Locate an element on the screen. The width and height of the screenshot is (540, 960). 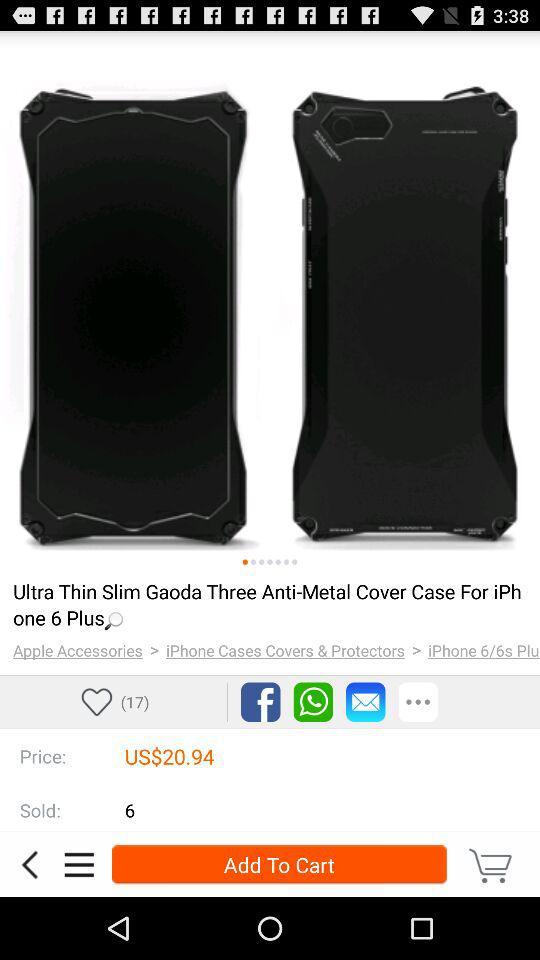
go back is located at coordinates (28, 863).